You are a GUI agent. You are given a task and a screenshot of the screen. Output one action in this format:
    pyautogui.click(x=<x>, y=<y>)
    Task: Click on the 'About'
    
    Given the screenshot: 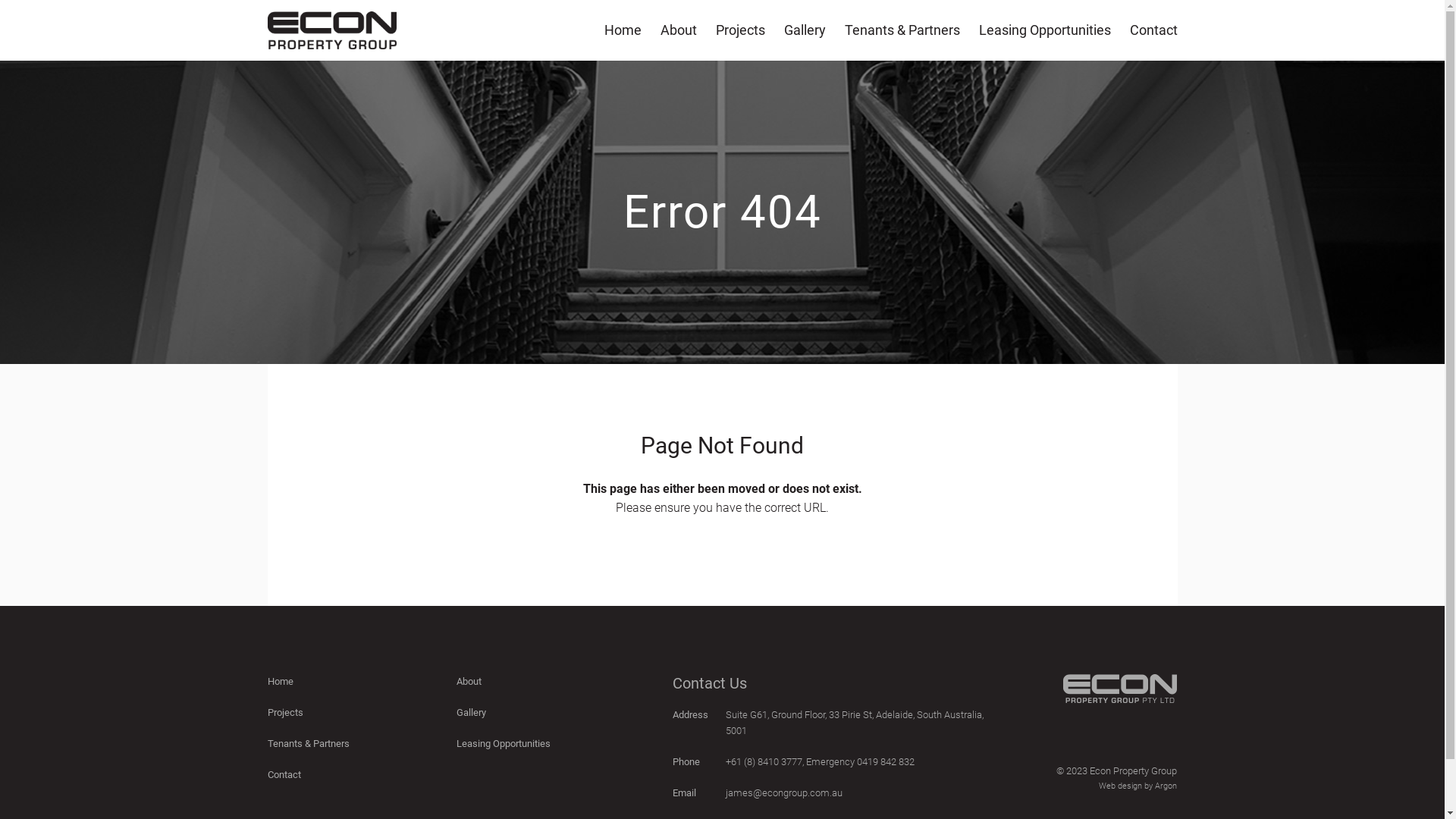 What is the action you would take?
    pyautogui.click(x=676, y=30)
    